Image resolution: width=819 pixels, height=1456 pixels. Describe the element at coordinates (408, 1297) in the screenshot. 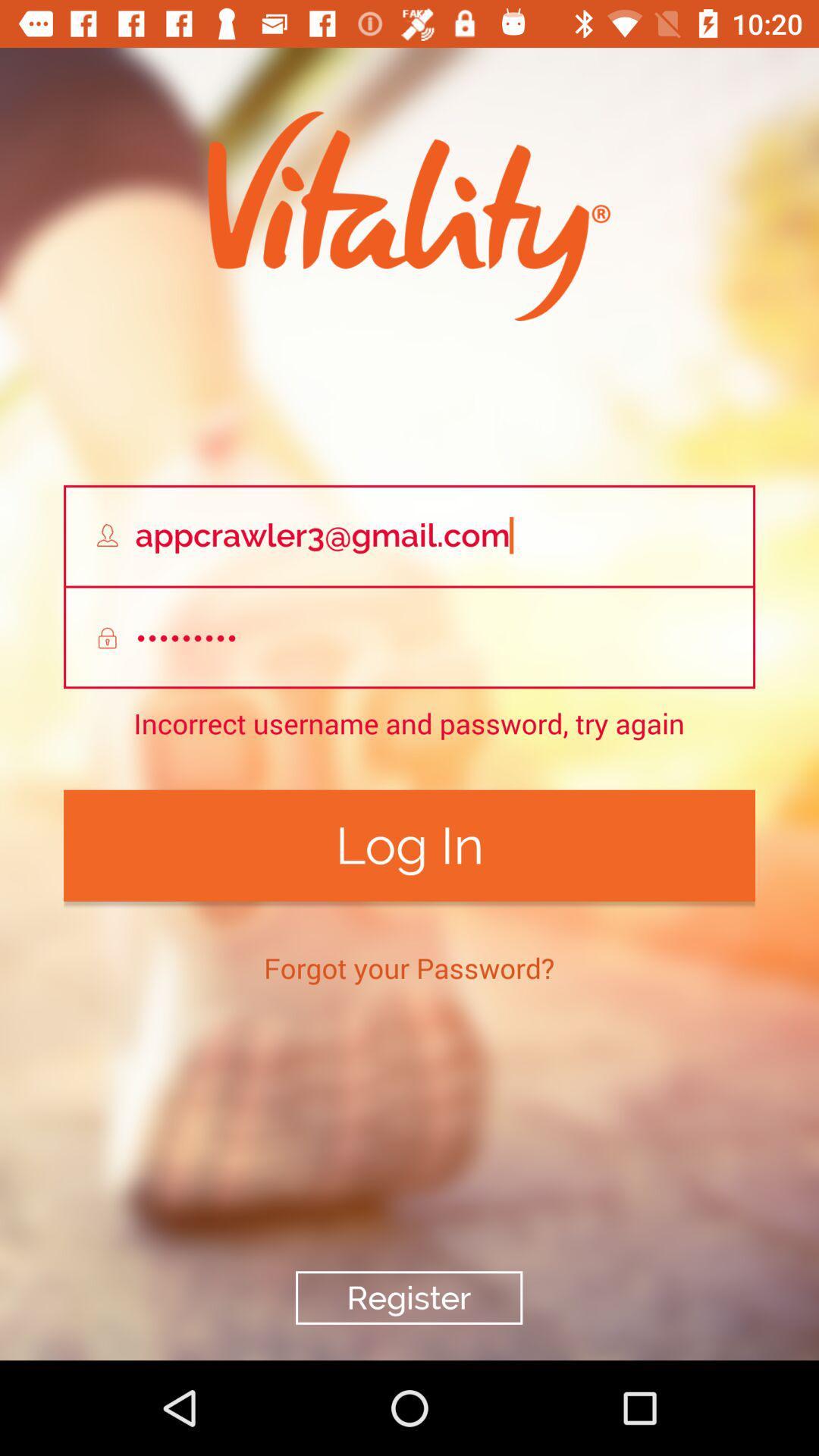

I see `the register` at that location.